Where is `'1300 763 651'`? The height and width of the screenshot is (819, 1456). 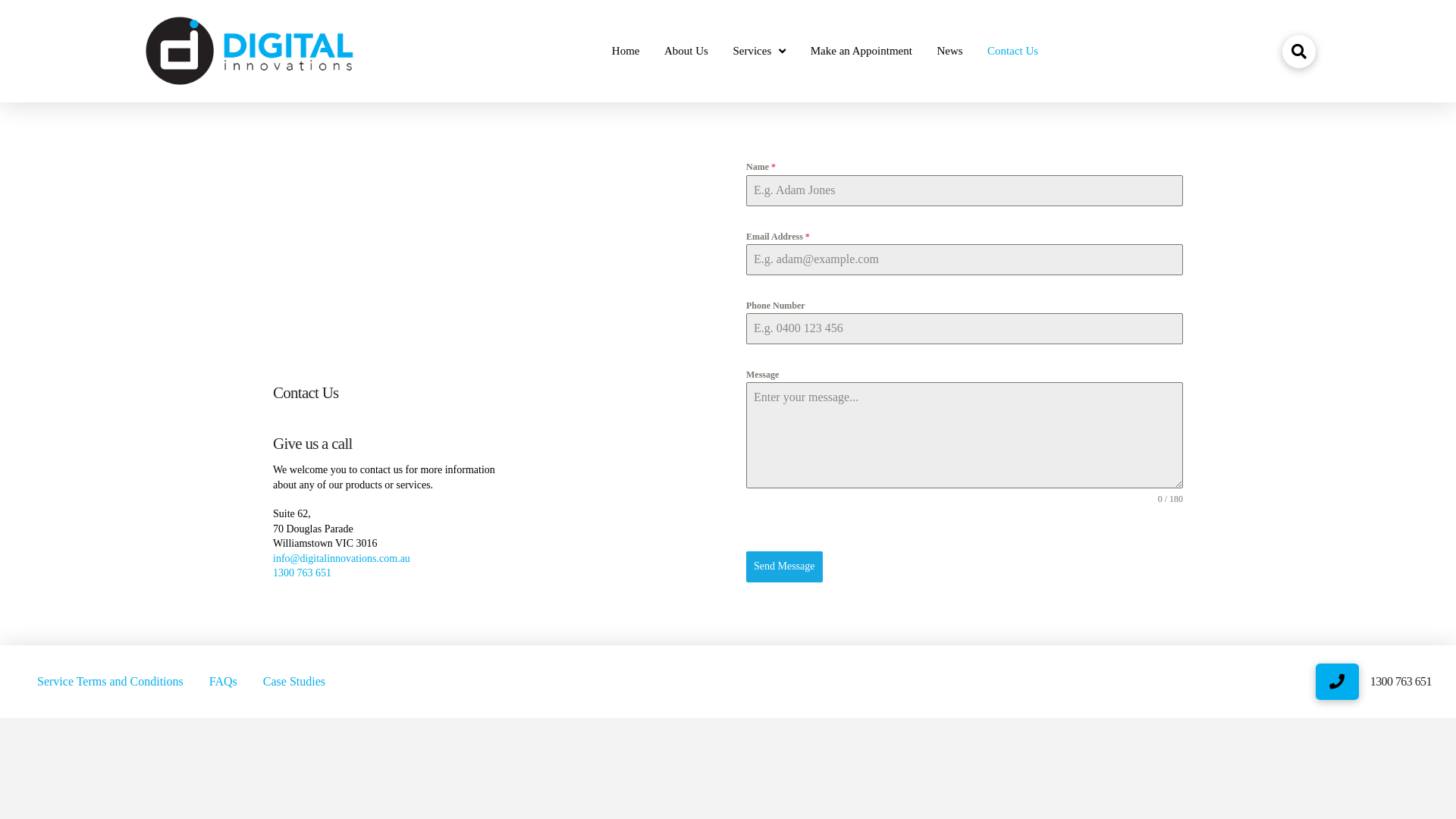
'1300 763 651' is located at coordinates (273, 573).